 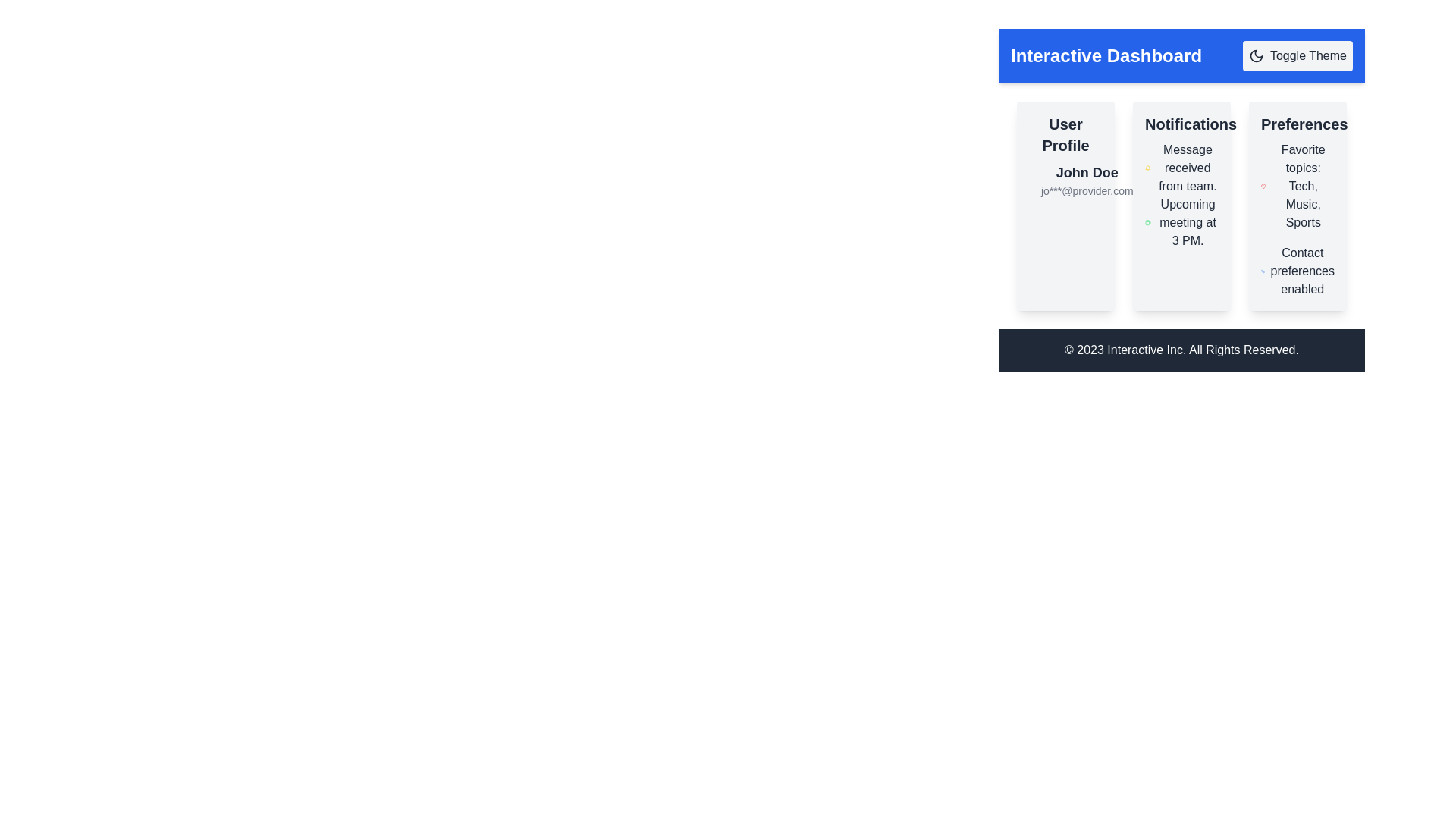 I want to click on the Informational card displaying the user's favorite topics and contact preferences, located in the third column of the grid layout, so click(x=1297, y=206).